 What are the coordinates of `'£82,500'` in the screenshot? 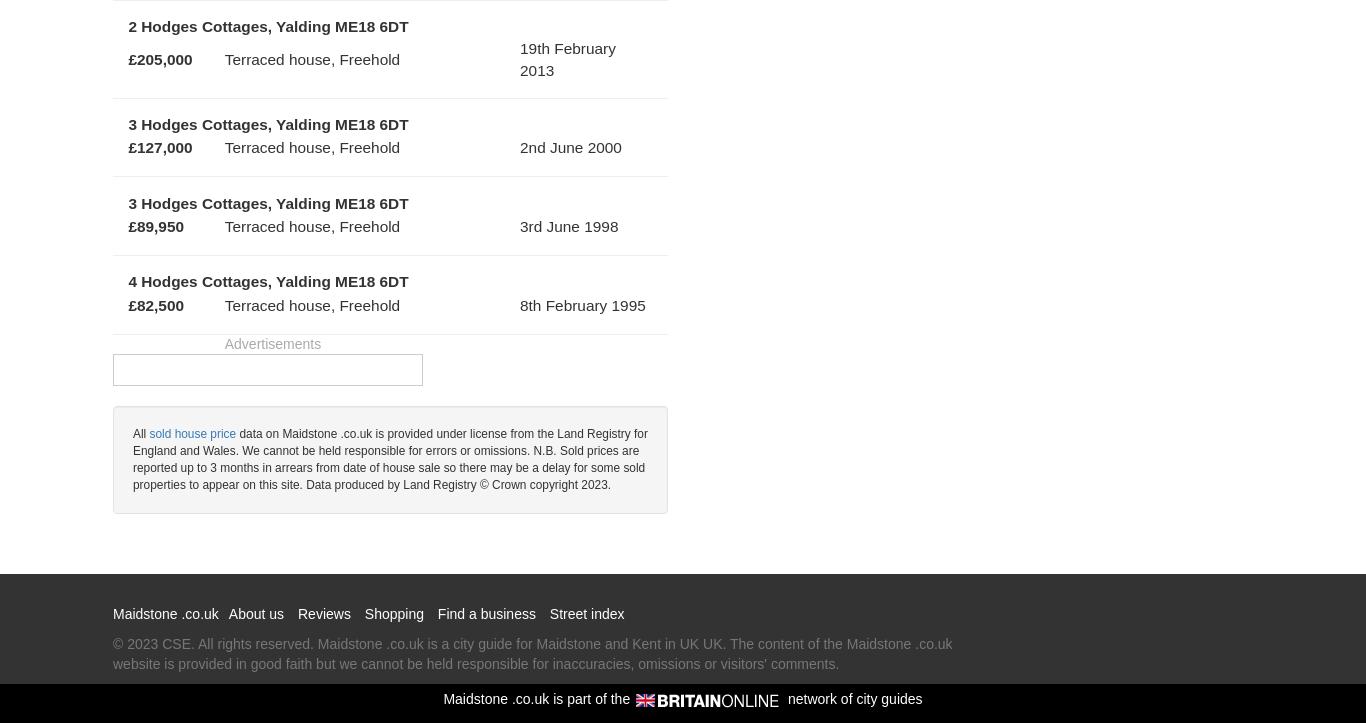 It's located at (154, 304).